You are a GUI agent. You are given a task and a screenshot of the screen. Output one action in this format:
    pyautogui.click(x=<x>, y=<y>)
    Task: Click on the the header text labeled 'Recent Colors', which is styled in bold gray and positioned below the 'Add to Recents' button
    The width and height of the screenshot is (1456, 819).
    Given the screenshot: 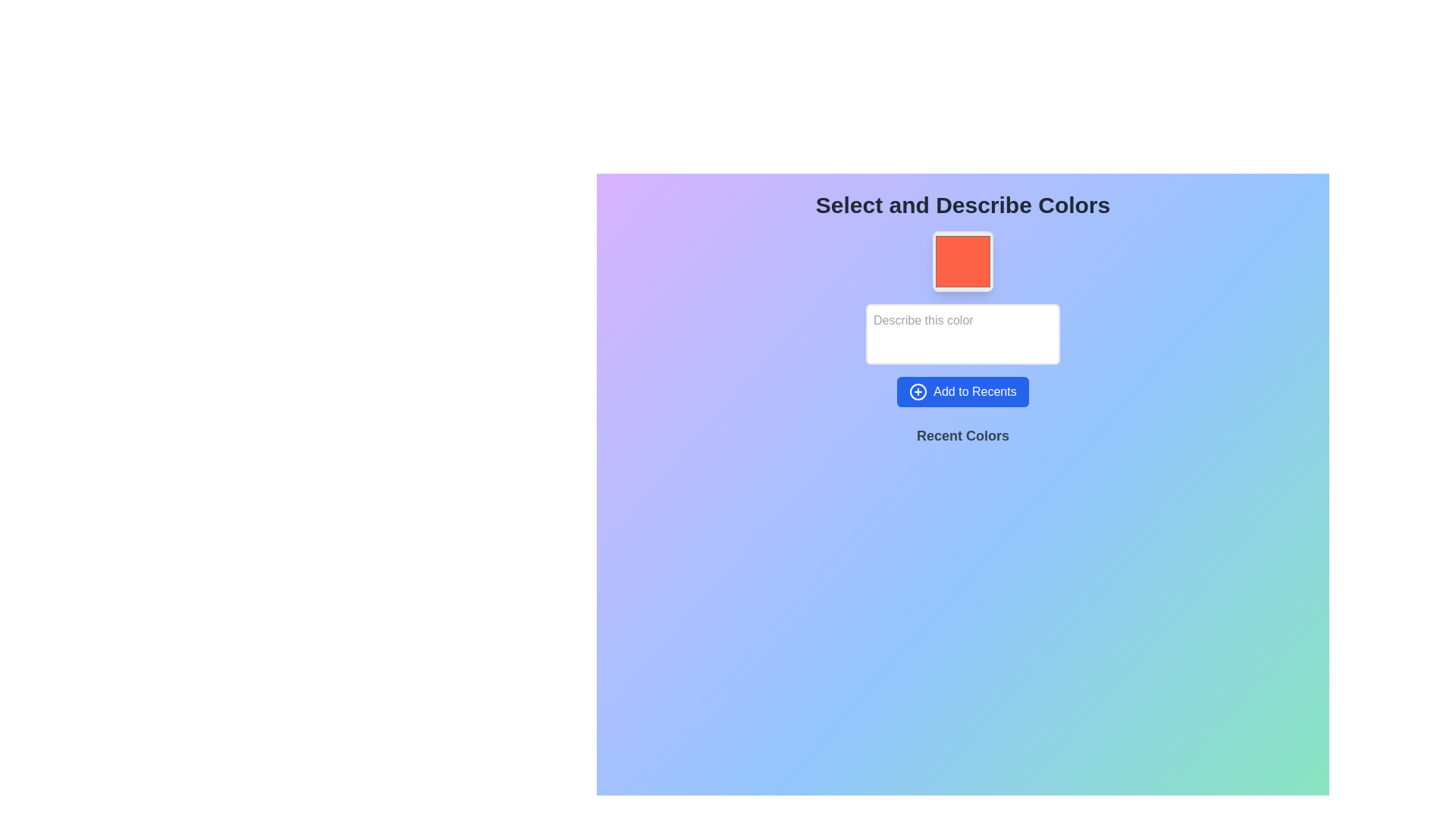 What is the action you would take?
    pyautogui.click(x=962, y=441)
    